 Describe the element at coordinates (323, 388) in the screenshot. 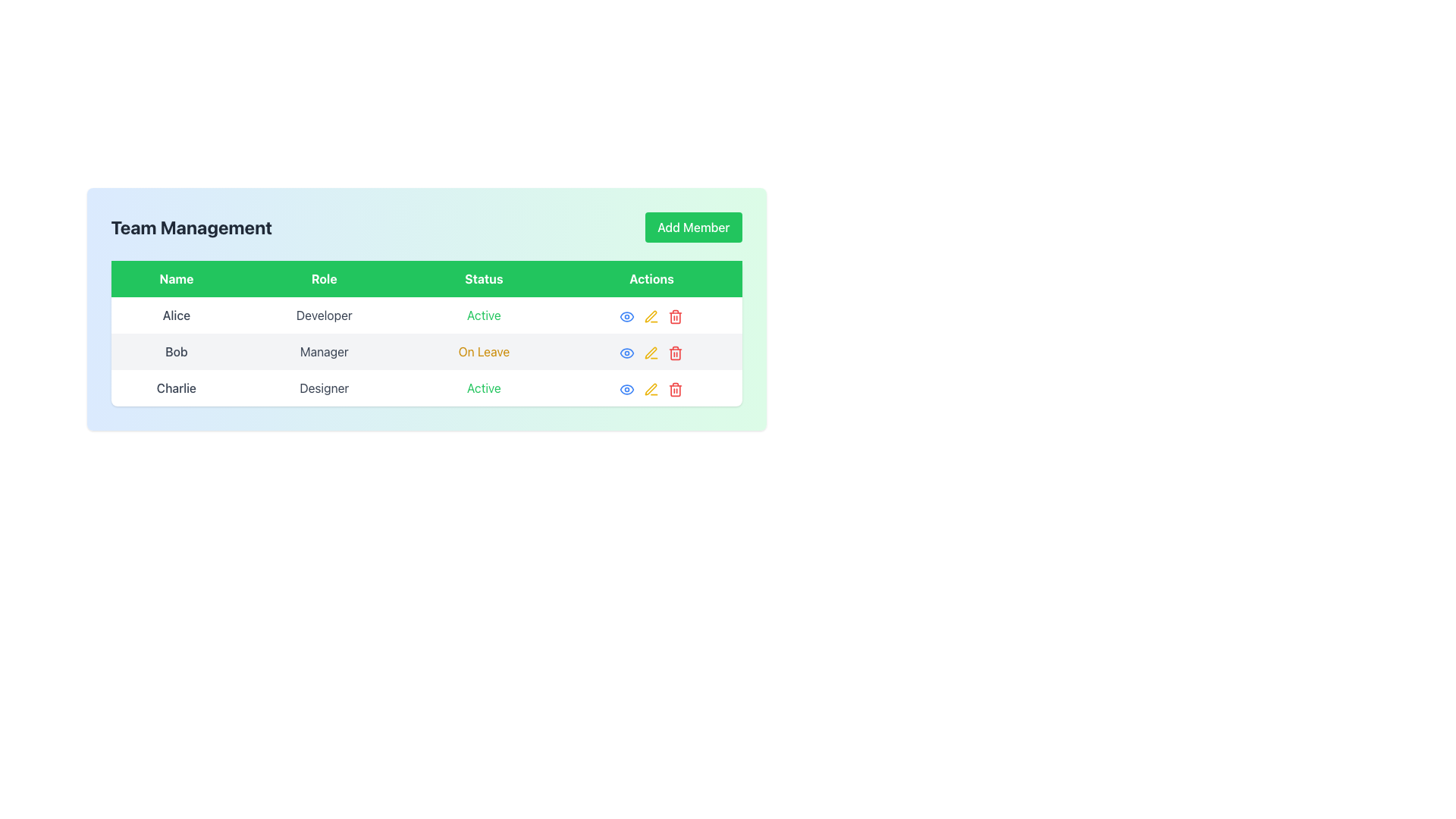

I see `the 'Designer' text label in the 'Role' column of the user 'Charlie' in the table` at that location.